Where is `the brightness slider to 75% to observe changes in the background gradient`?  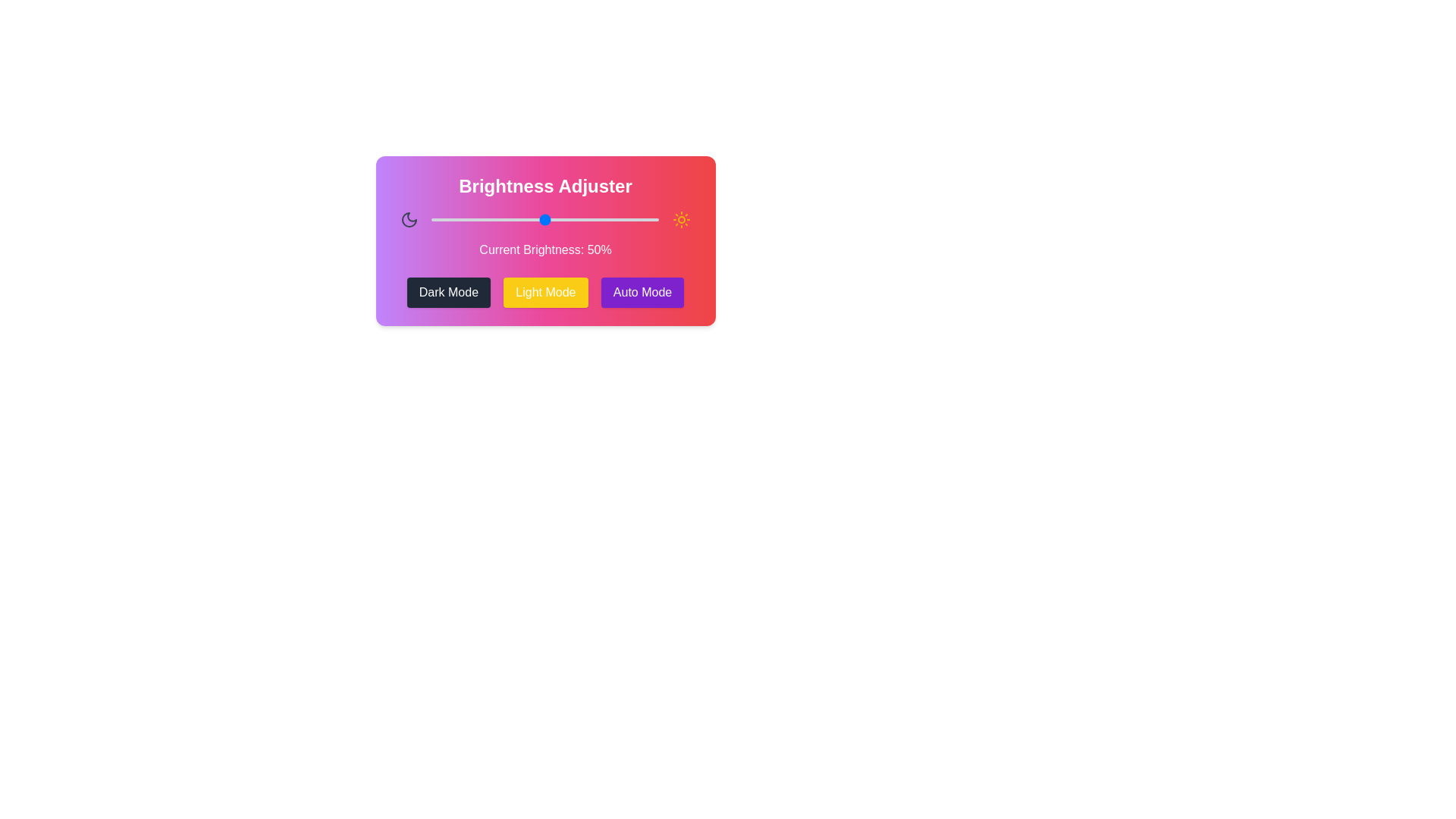
the brightness slider to 75% to observe changes in the background gradient is located at coordinates (601, 219).